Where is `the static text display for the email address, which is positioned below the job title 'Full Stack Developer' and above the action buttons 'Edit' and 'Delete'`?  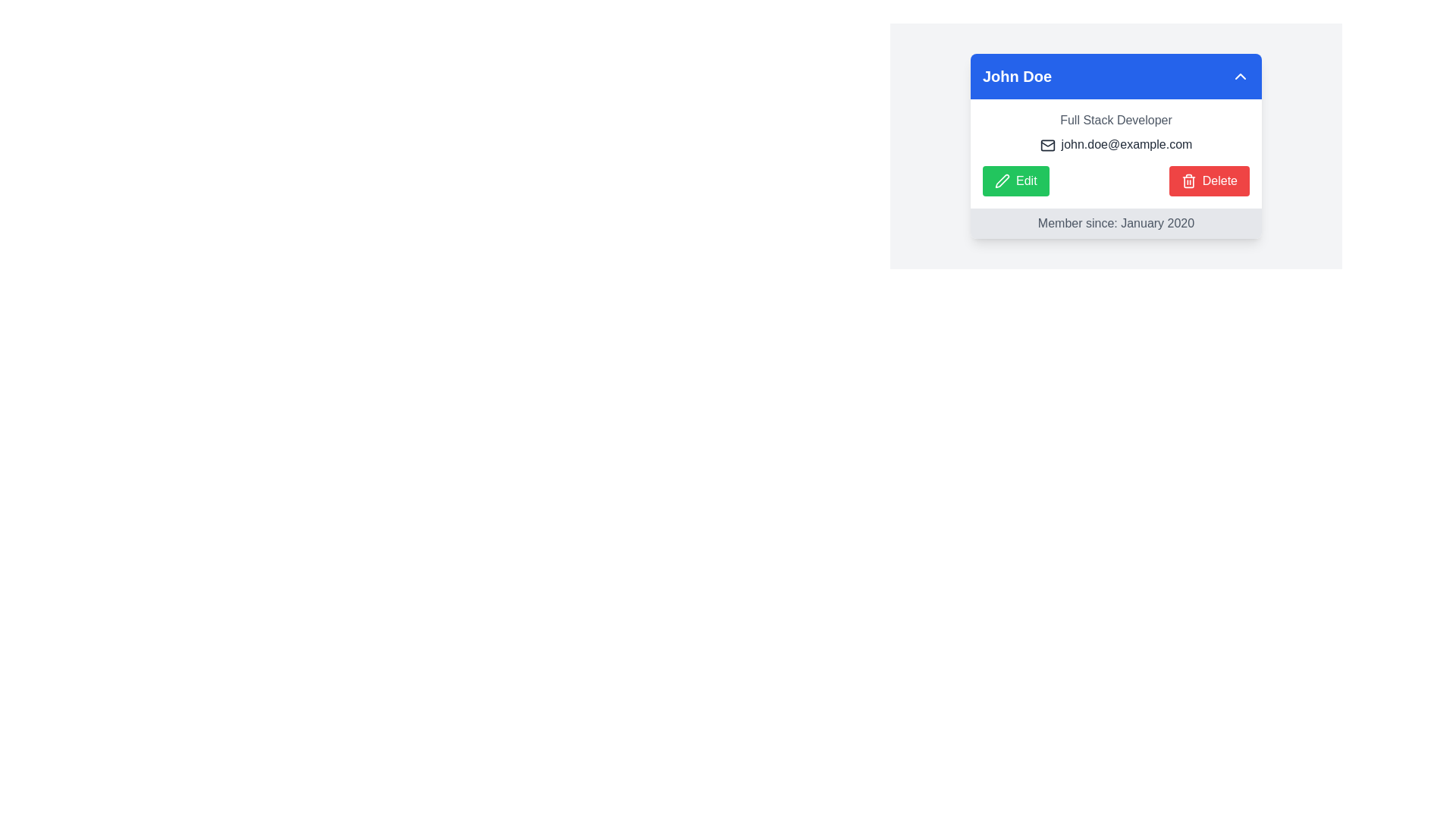 the static text display for the email address, which is positioned below the job title 'Full Stack Developer' and above the action buttons 'Edit' and 'Delete' is located at coordinates (1116, 145).